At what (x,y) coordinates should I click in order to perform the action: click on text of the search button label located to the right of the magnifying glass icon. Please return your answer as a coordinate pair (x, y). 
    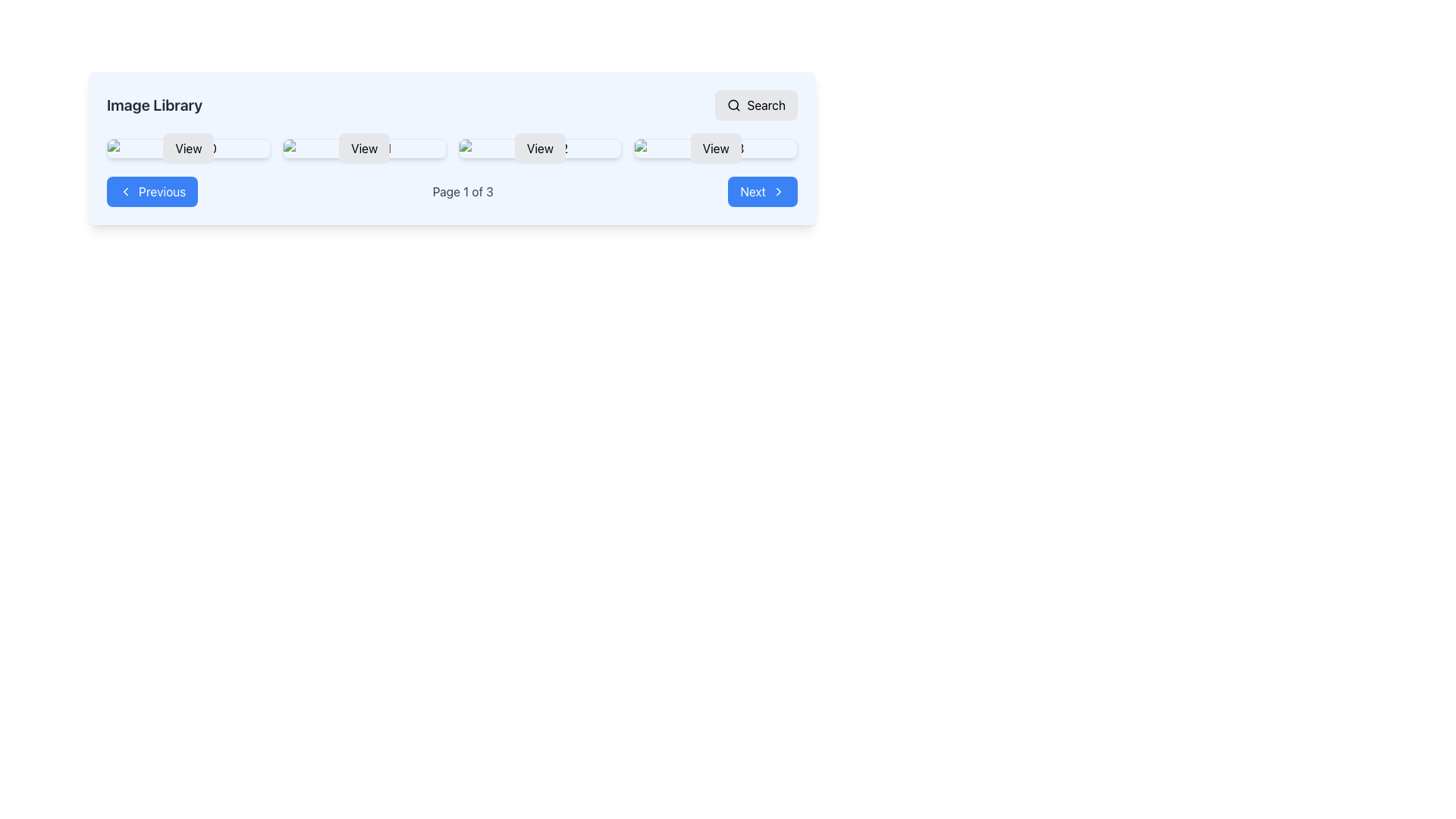
    Looking at the image, I should click on (766, 104).